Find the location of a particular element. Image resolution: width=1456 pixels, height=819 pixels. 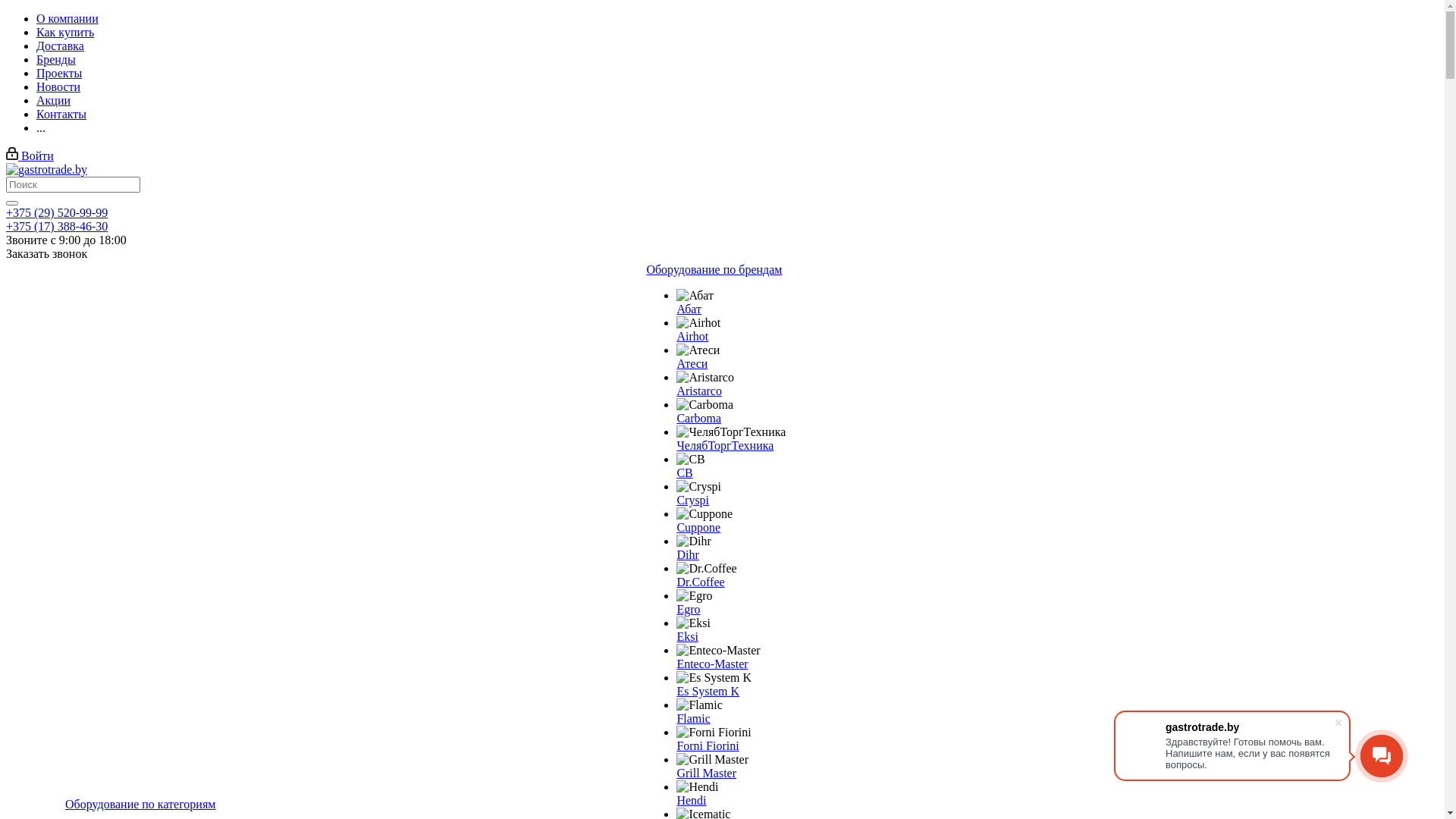

'Hendi' is located at coordinates (690, 799).